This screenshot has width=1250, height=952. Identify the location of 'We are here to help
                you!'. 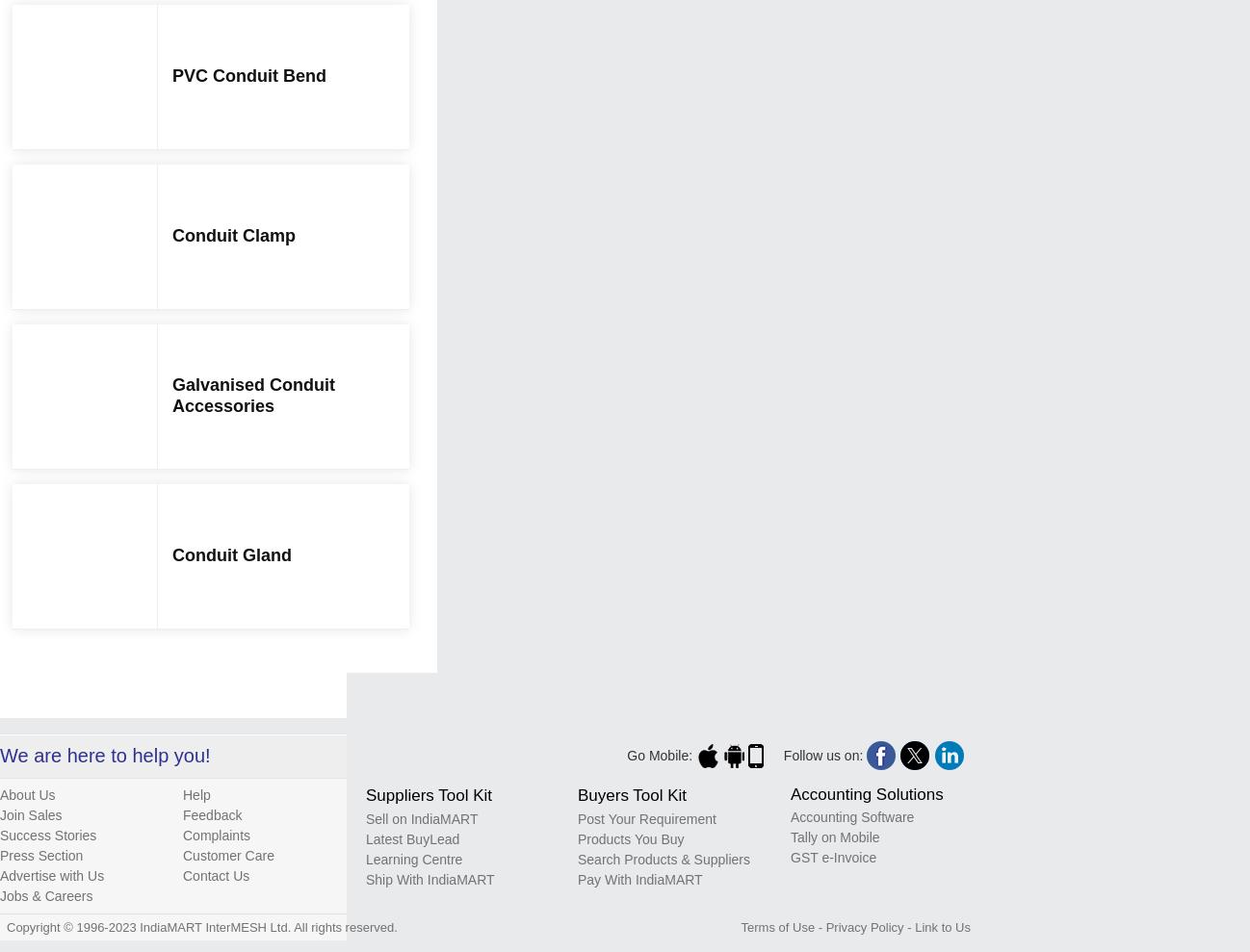
(105, 753).